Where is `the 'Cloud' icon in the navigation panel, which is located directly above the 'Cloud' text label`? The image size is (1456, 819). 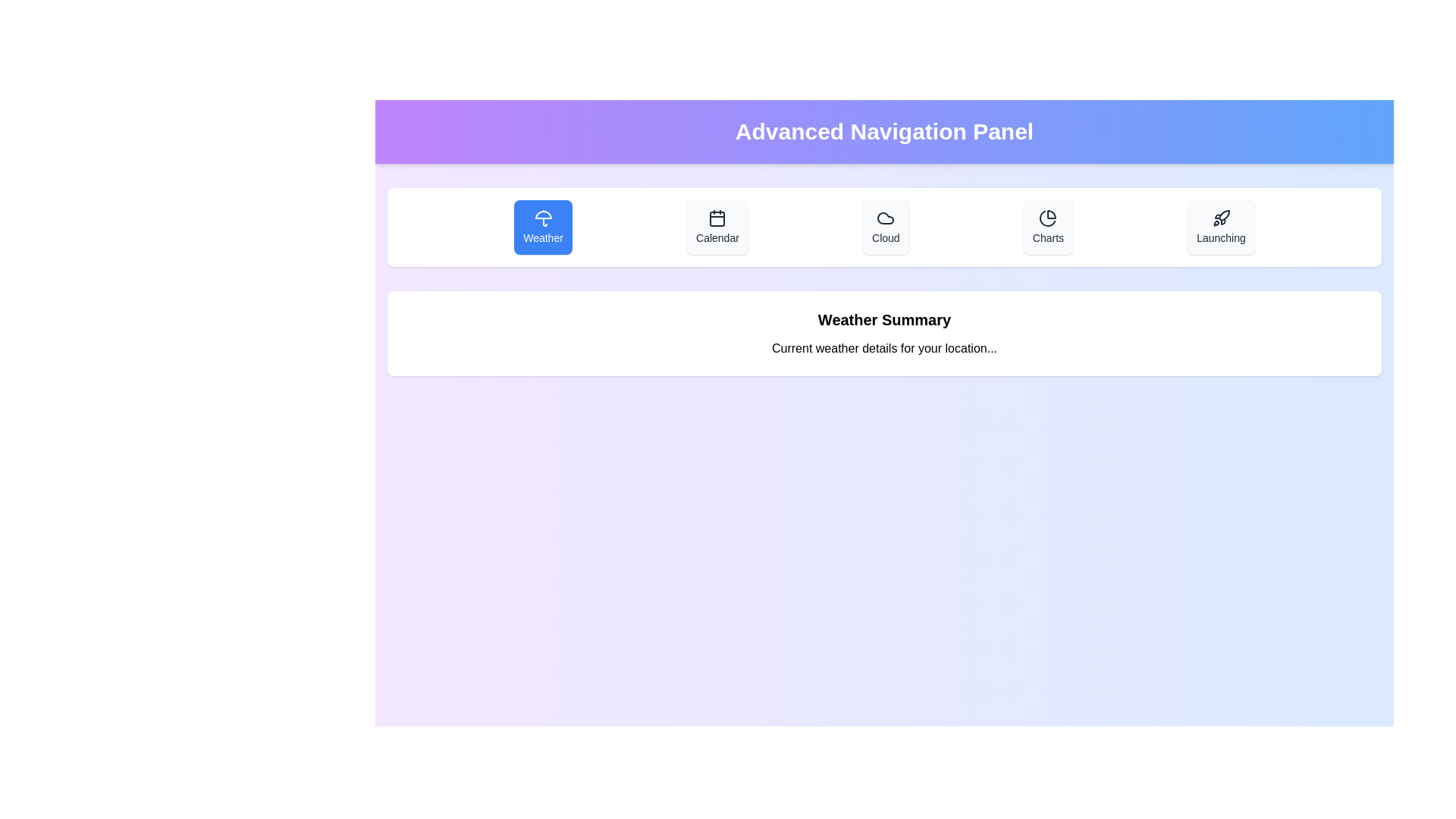
the 'Cloud' icon in the navigation panel, which is located directly above the 'Cloud' text label is located at coordinates (886, 218).